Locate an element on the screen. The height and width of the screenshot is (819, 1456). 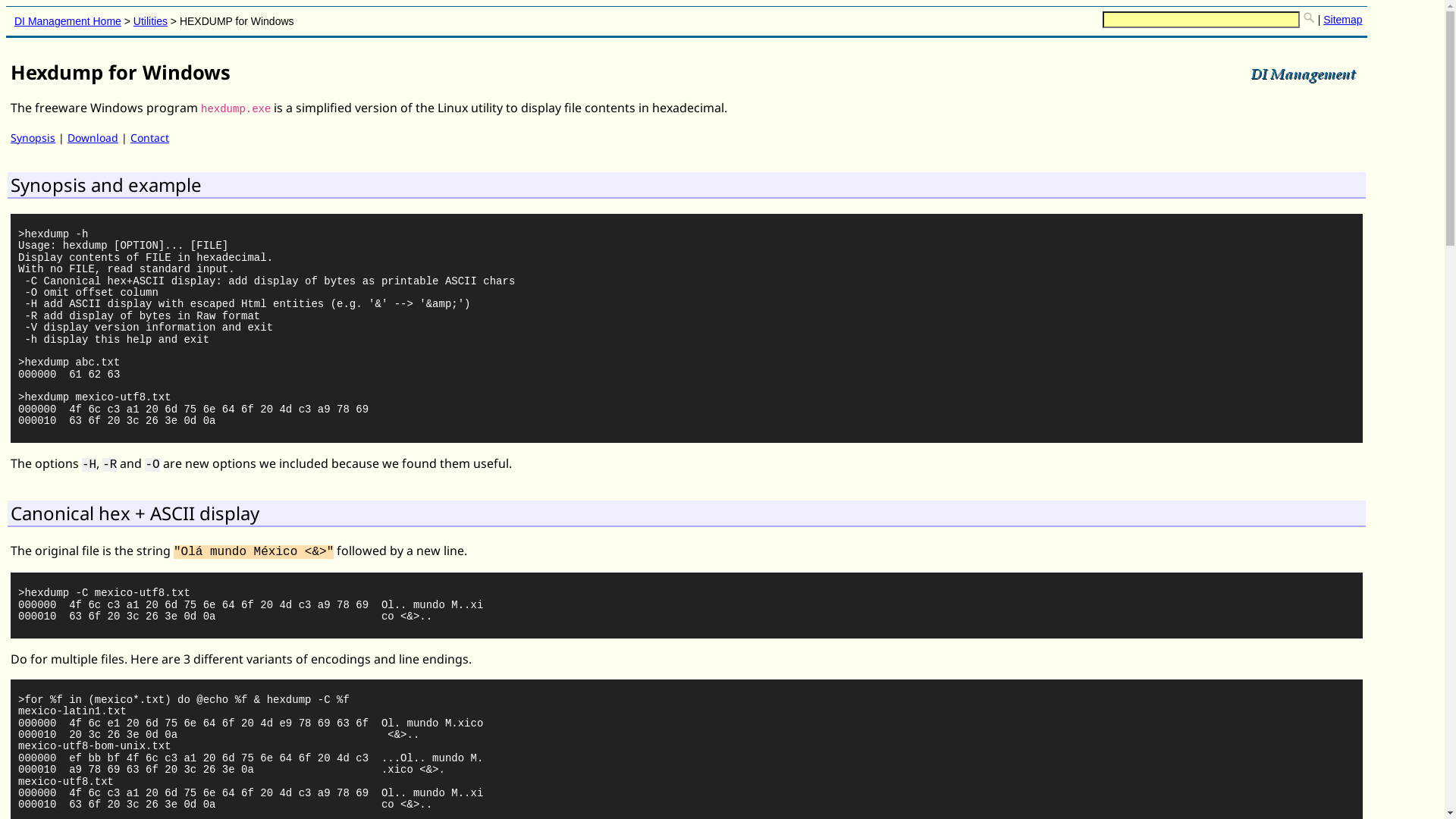
'Contact' is located at coordinates (149, 137).